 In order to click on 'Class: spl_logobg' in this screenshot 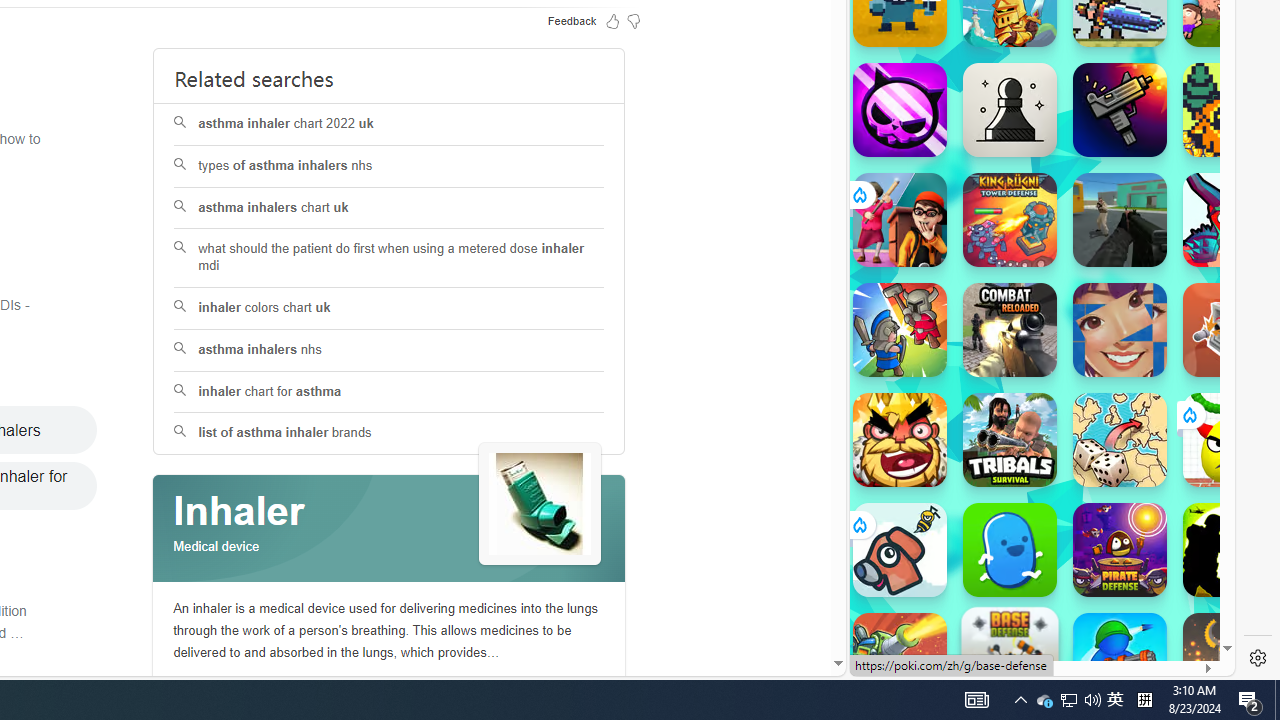, I will do `click(389, 528)`.